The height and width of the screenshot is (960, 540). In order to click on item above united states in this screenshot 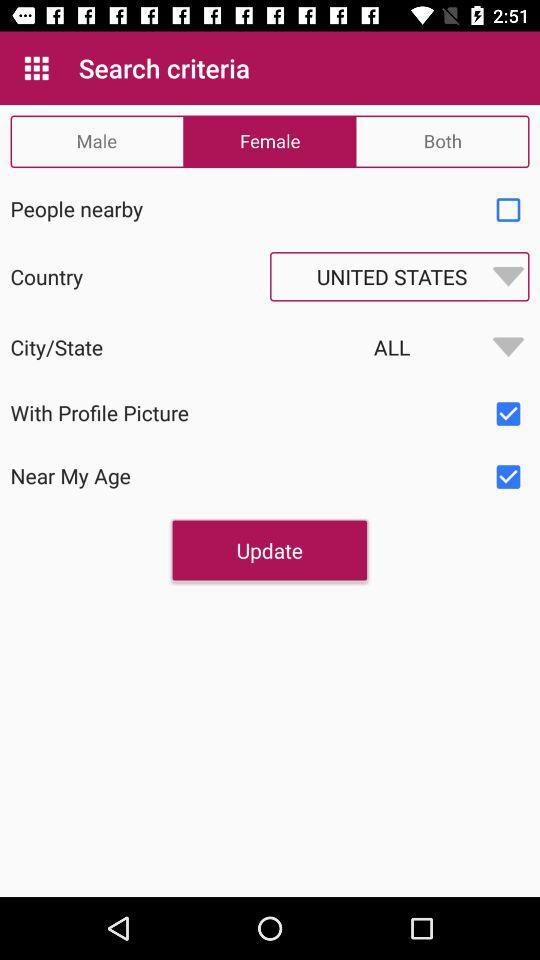, I will do `click(508, 210)`.